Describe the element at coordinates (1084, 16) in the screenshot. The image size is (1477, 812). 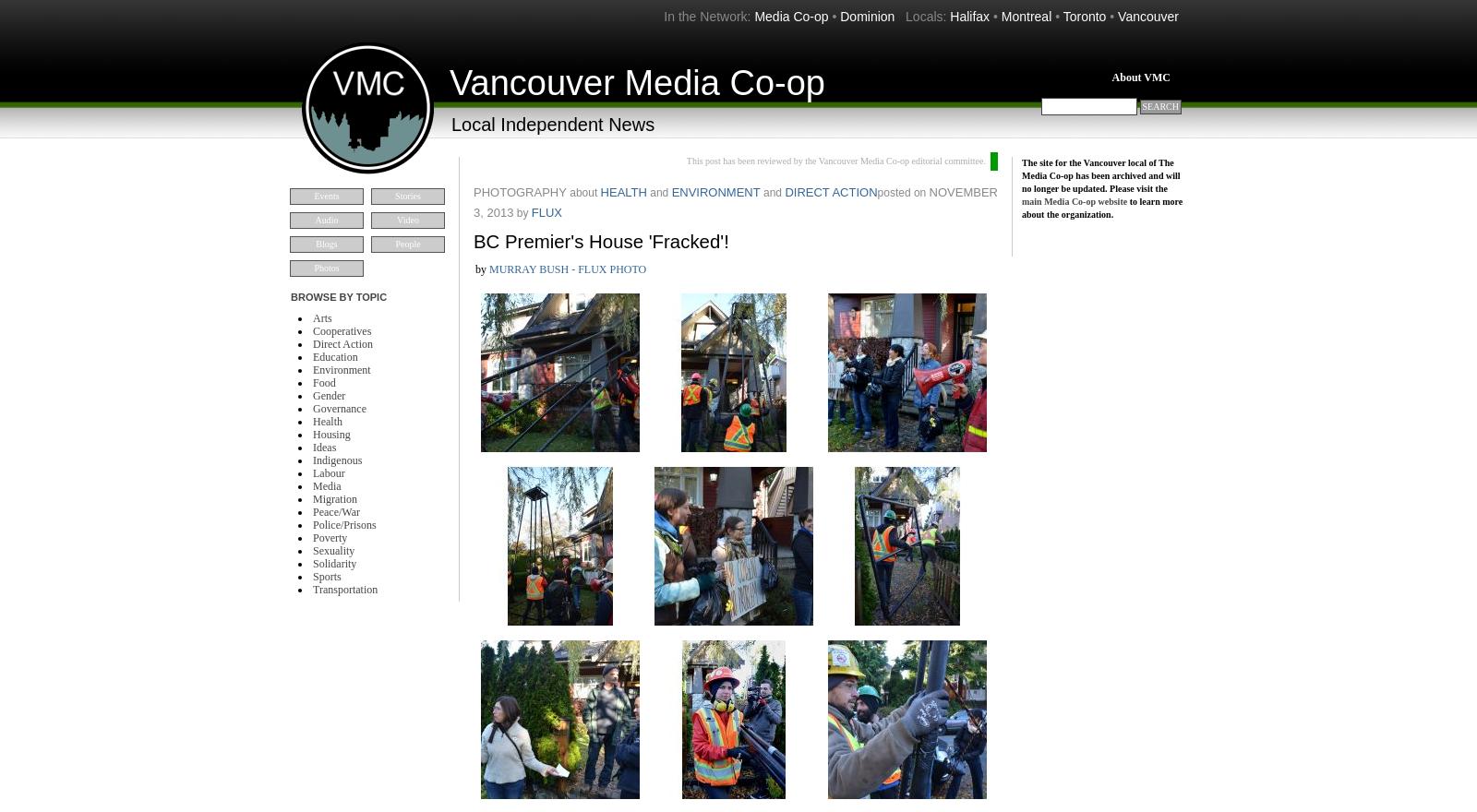
I see `'Toronto'` at that location.